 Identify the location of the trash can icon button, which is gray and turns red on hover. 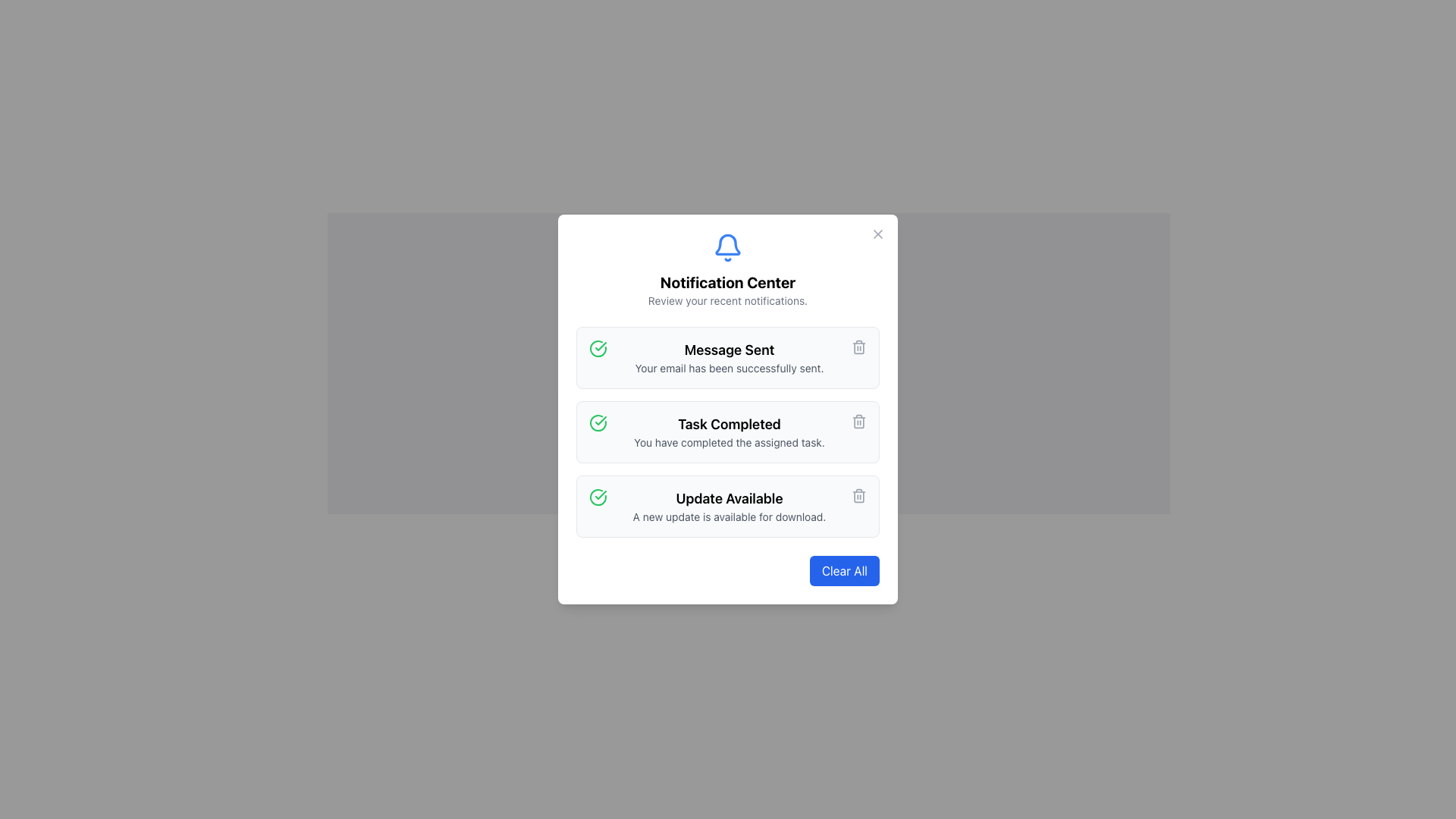
(858, 421).